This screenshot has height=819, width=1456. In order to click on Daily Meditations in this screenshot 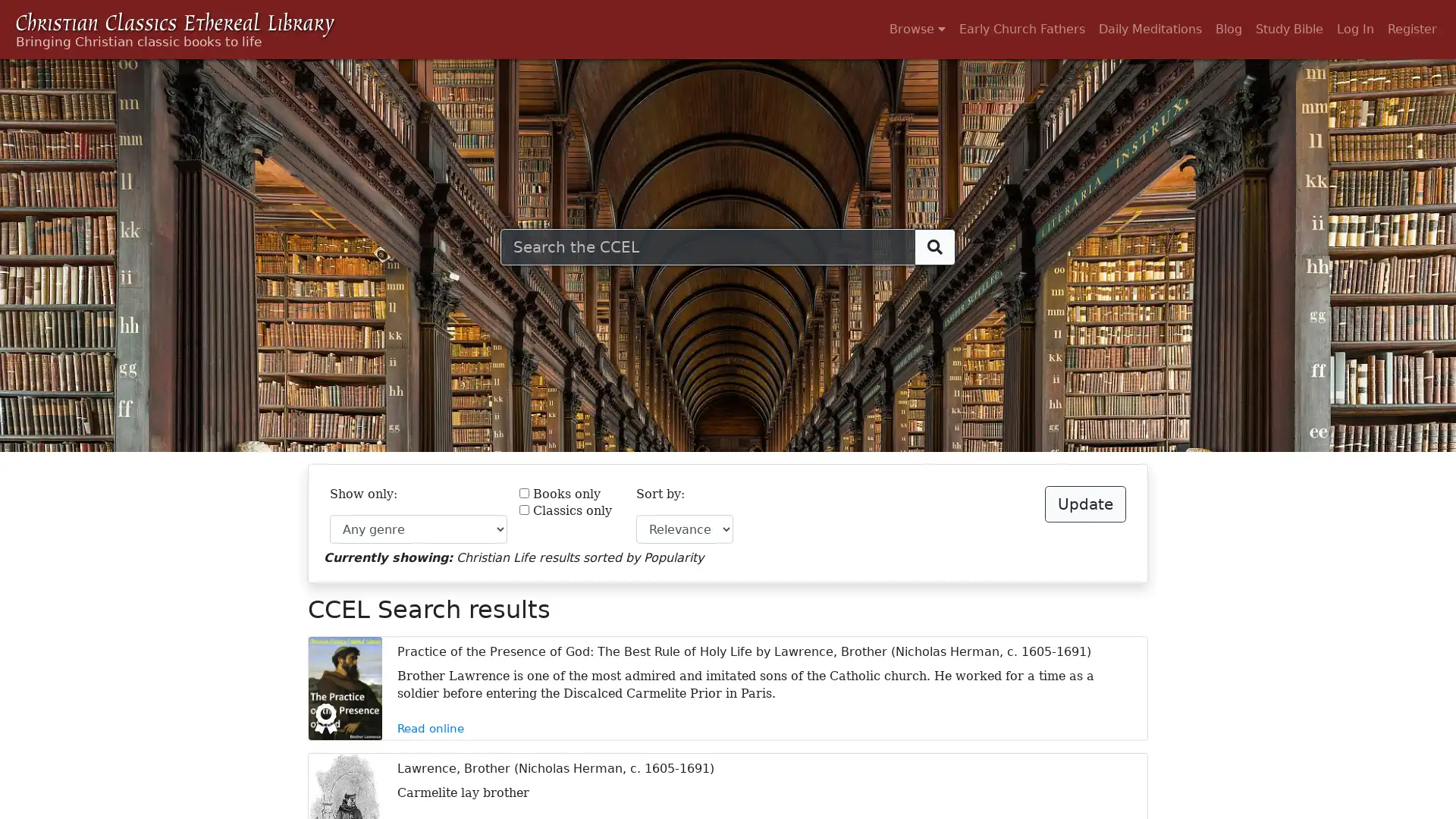, I will do `click(1150, 29)`.